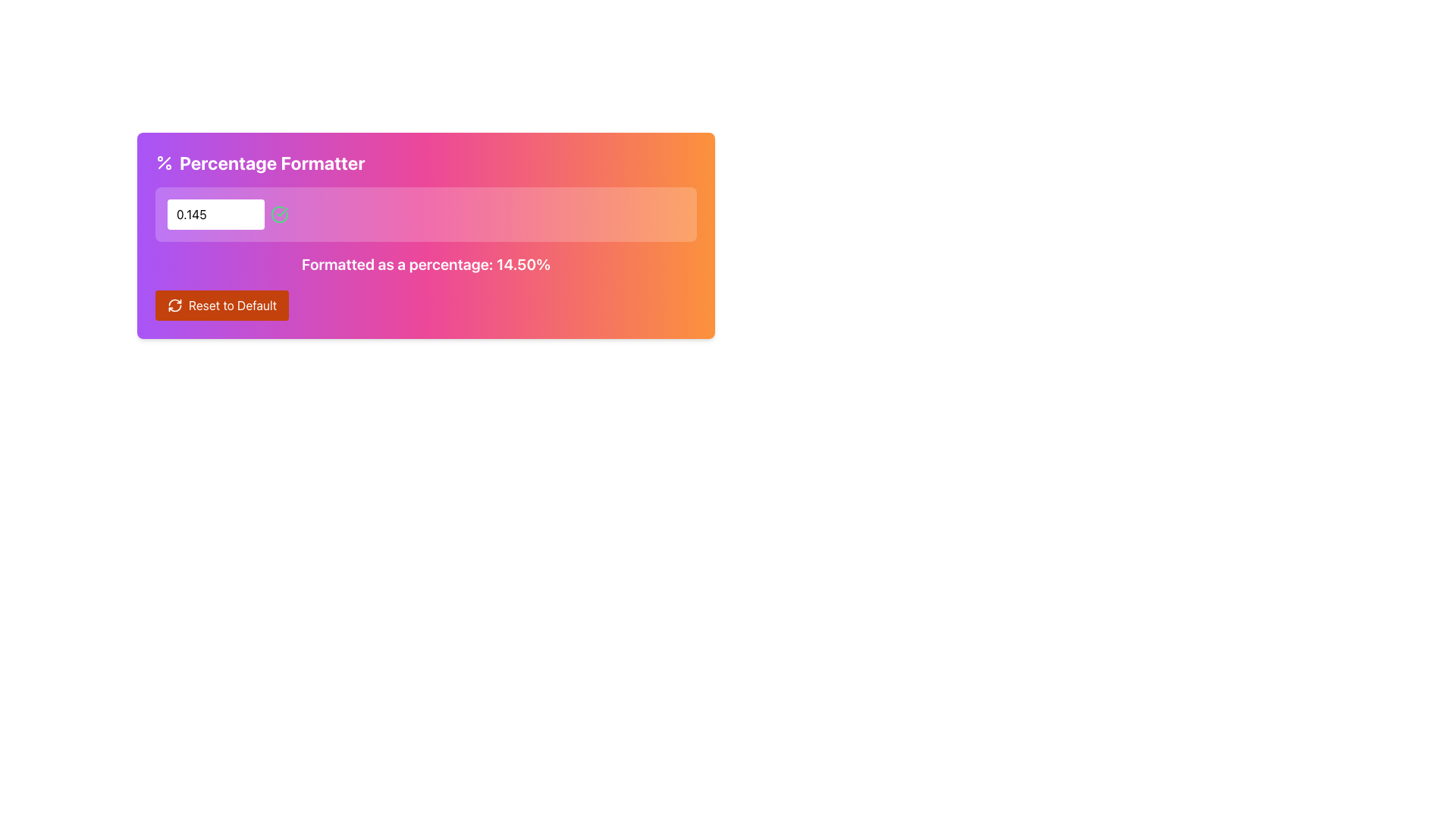 Image resolution: width=1456 pixels, height=819 pixels. I want to click on circular icon with a green stroke and a checkmark inside, located to the right of the text input field in a gradient panel, so click(280, 214).